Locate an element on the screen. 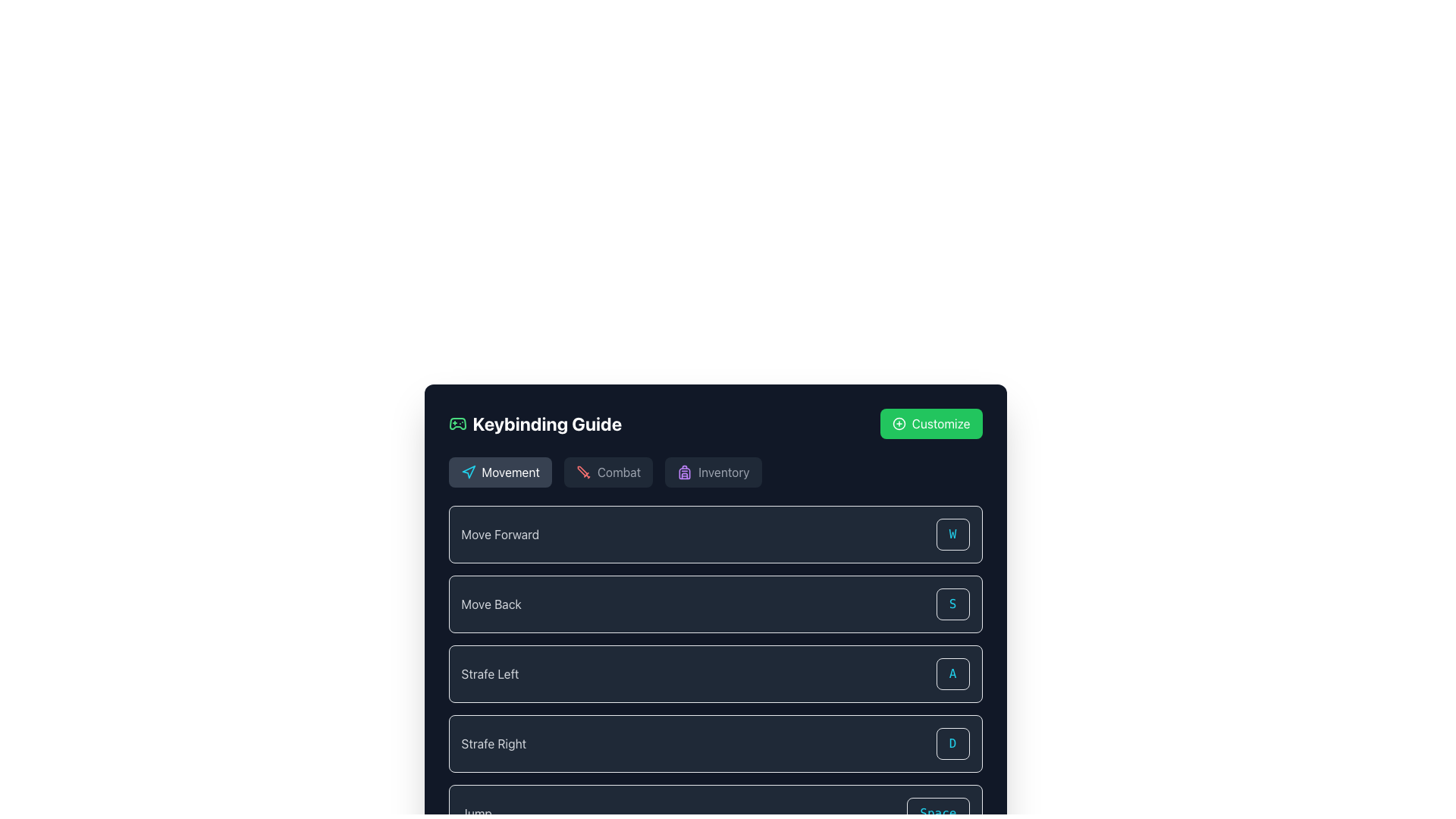 The image size is (1456, 819). the graphical icon segment resembling a sword, styled in red, located in the bottom right of the 'Keybinding Guide' area near 'Combat' is located at coordinates (582, 470).